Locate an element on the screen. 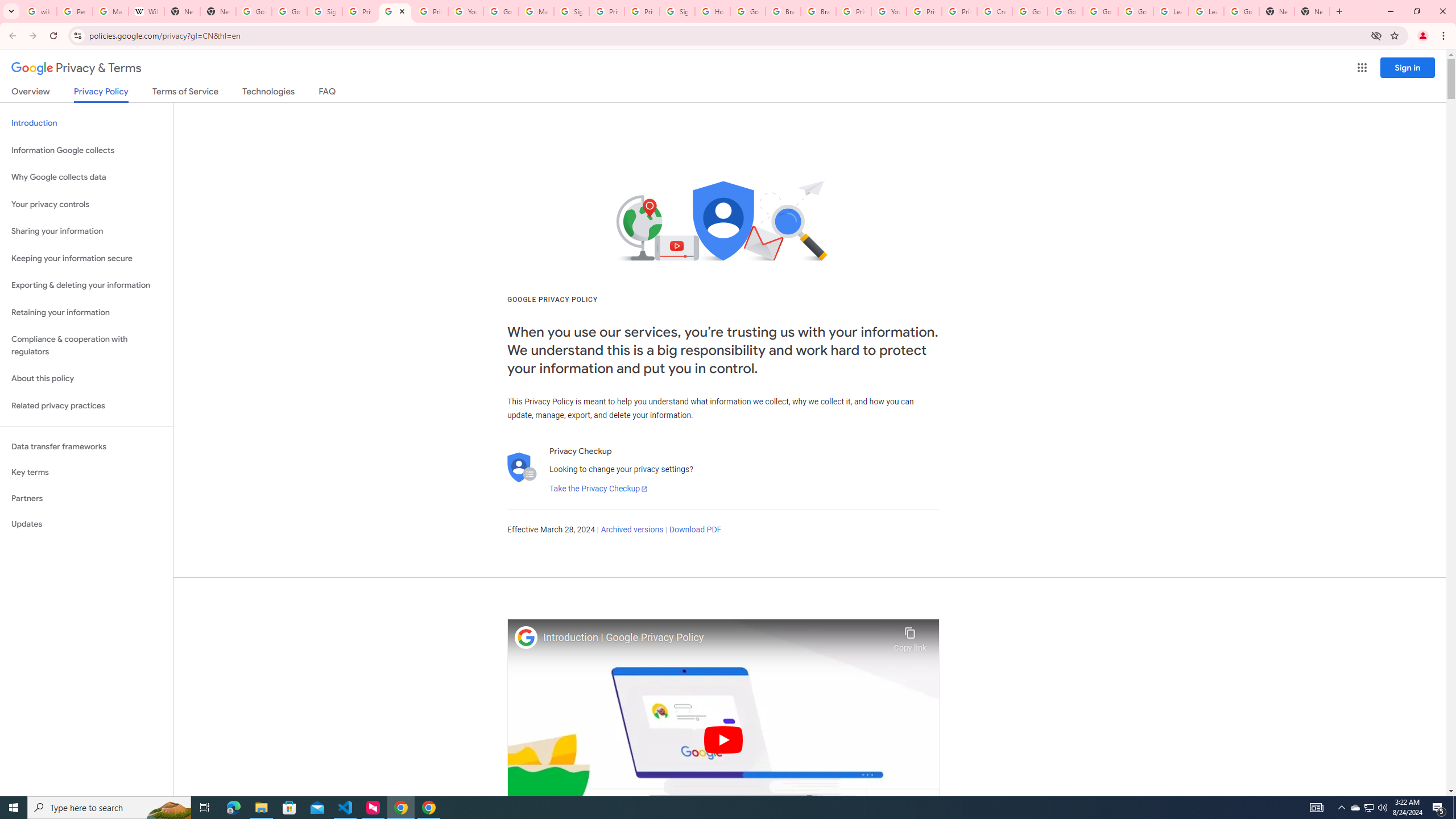 The width and height of the screenshot is (1456, 819). 'Brand Resource Center' is located at coordinates (818, 11).